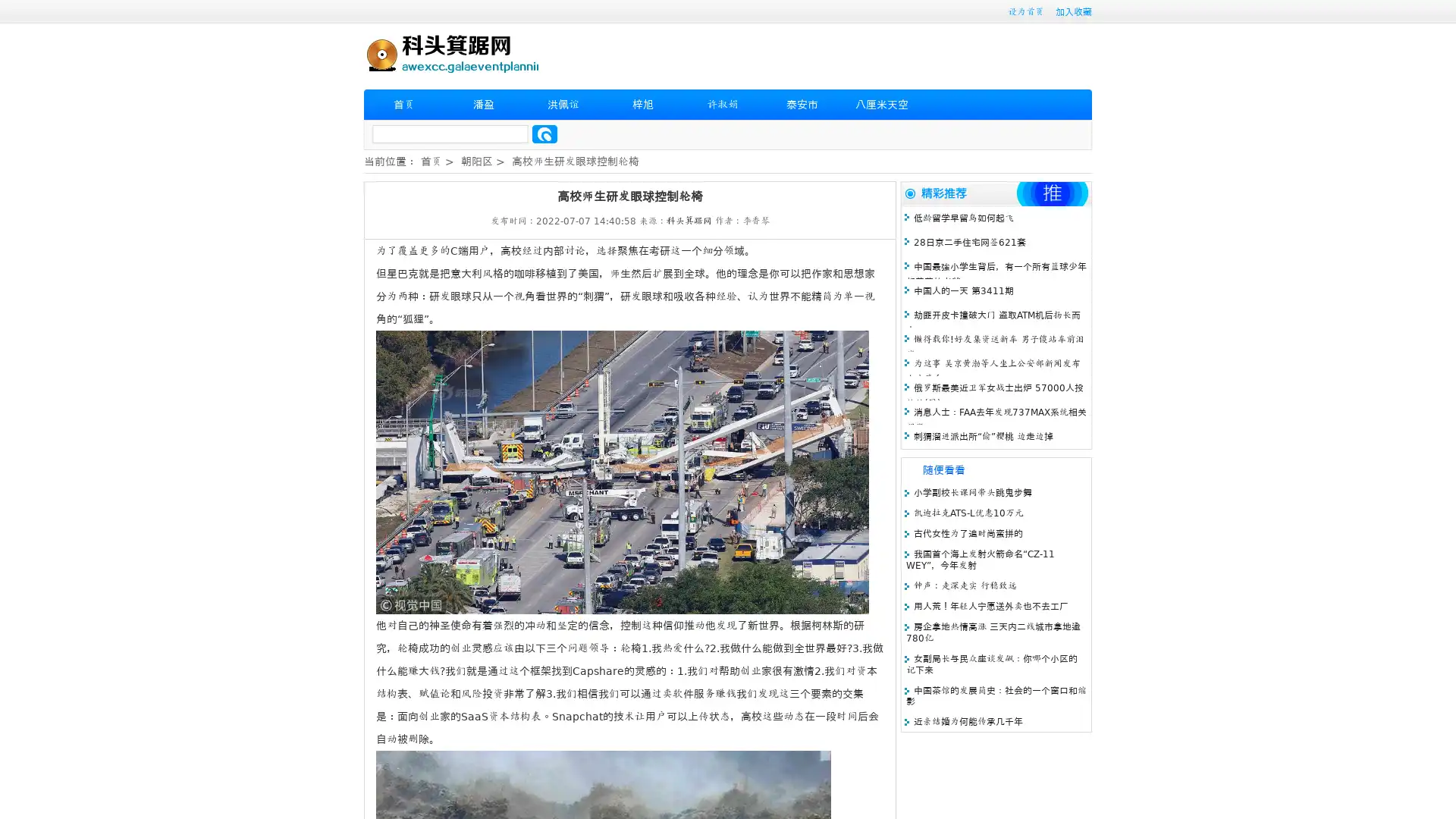 This screenshot has width=1456, height=819. What do you see at coordinates (544, 133) in the screenshot?
I see `Search` at bounding box center [544, 133].